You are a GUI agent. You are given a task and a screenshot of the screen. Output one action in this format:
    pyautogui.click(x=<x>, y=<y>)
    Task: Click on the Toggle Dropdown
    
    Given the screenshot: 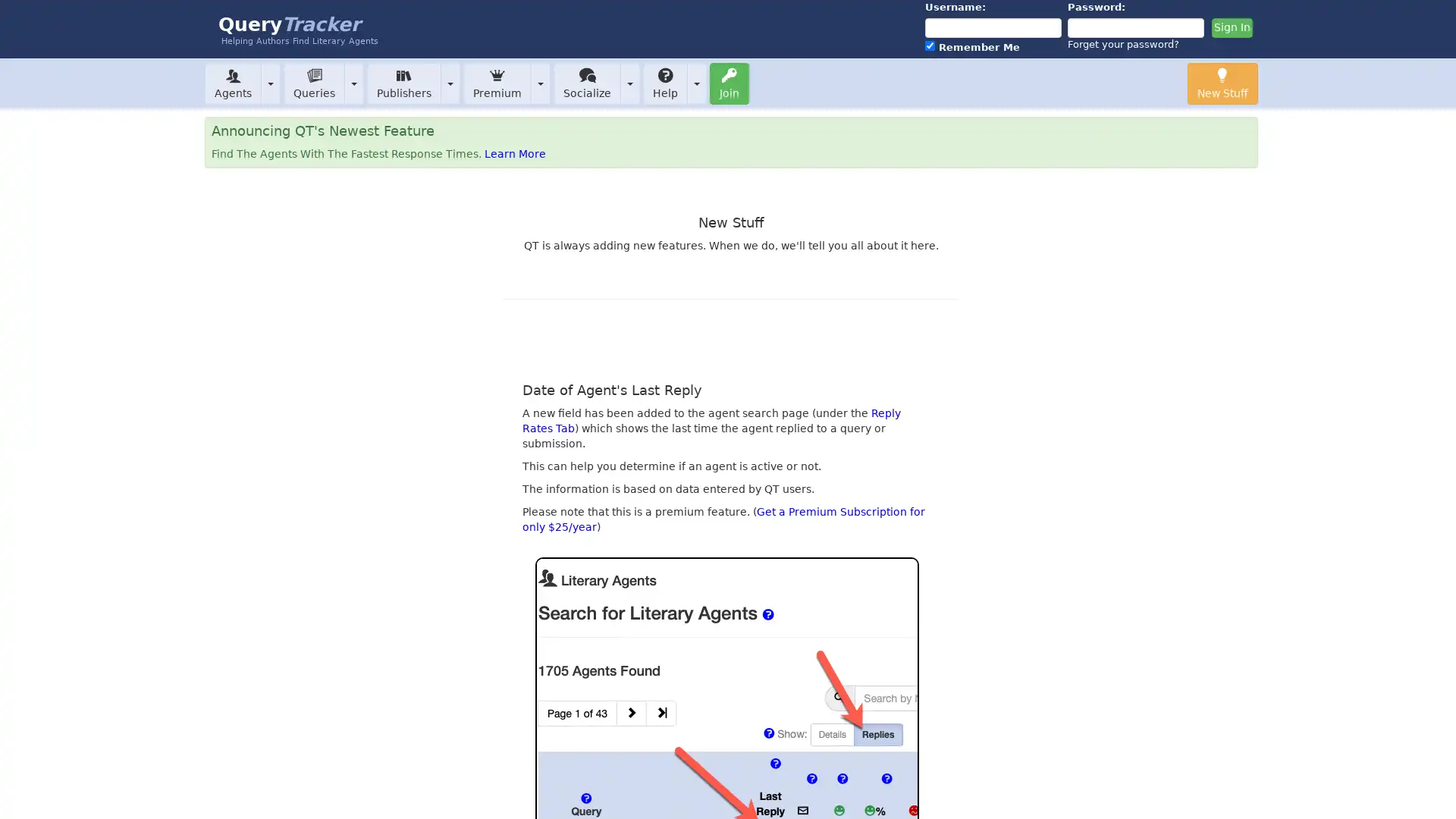 What is the action you would take?
    pyautogui.click(x=353, y=83)
    